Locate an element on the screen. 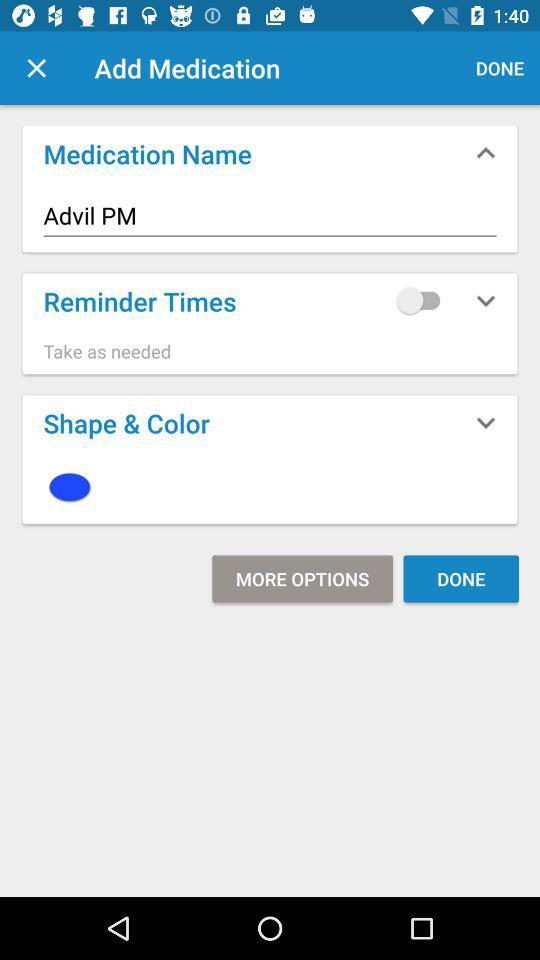 This screenshot has height=960, width=540. more options item is located at coordinates (301, 578).